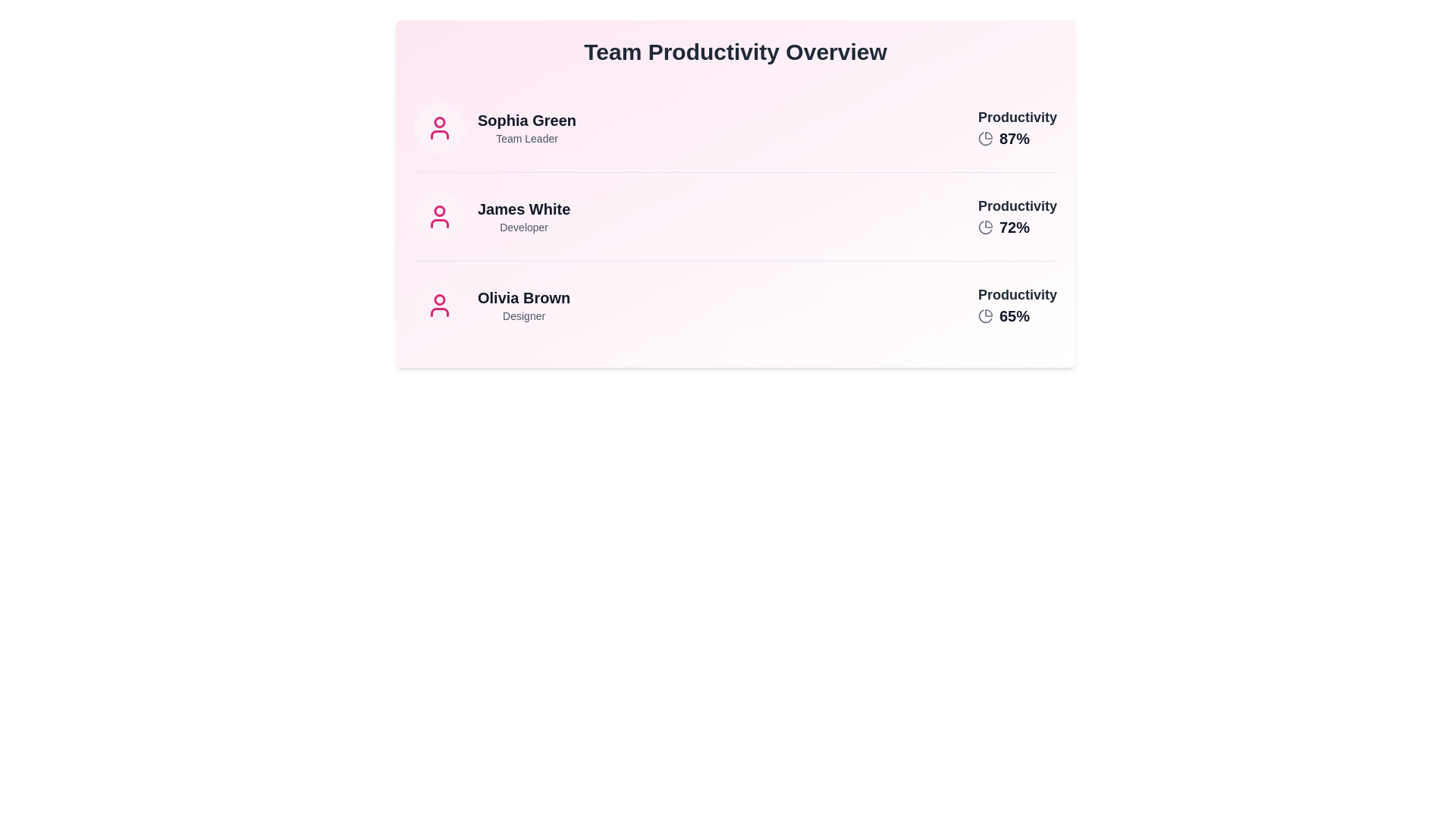 The image size is (1456, 819). What do you see at coordinates (524, 298) in the screenshot?
I see `the name label of a person, which is the top line of text in the third entry of a vertically structured list` at bounding box center [524, 298].